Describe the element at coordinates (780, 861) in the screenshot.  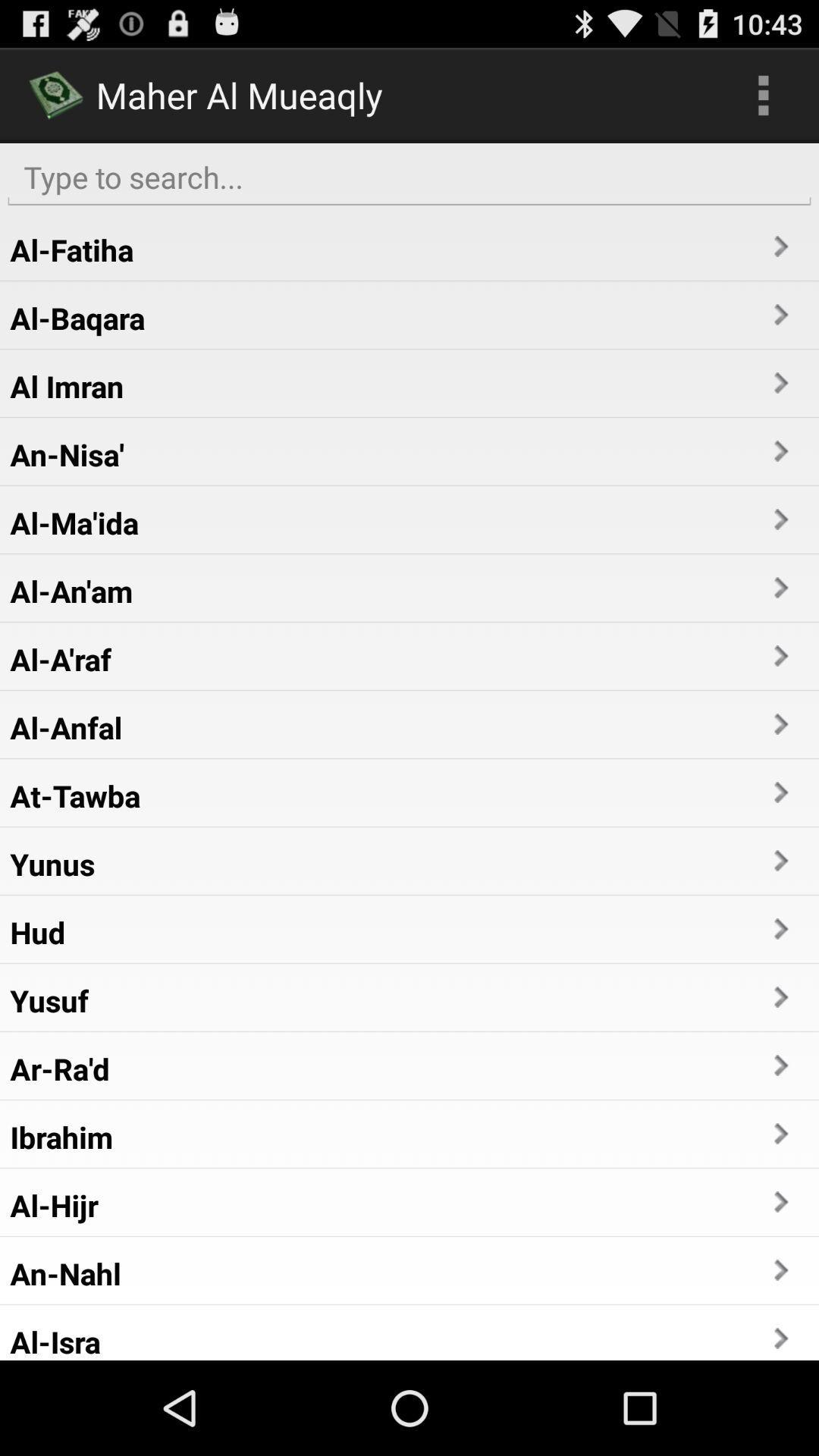
I see `app to the right of the yunus item` at that location.